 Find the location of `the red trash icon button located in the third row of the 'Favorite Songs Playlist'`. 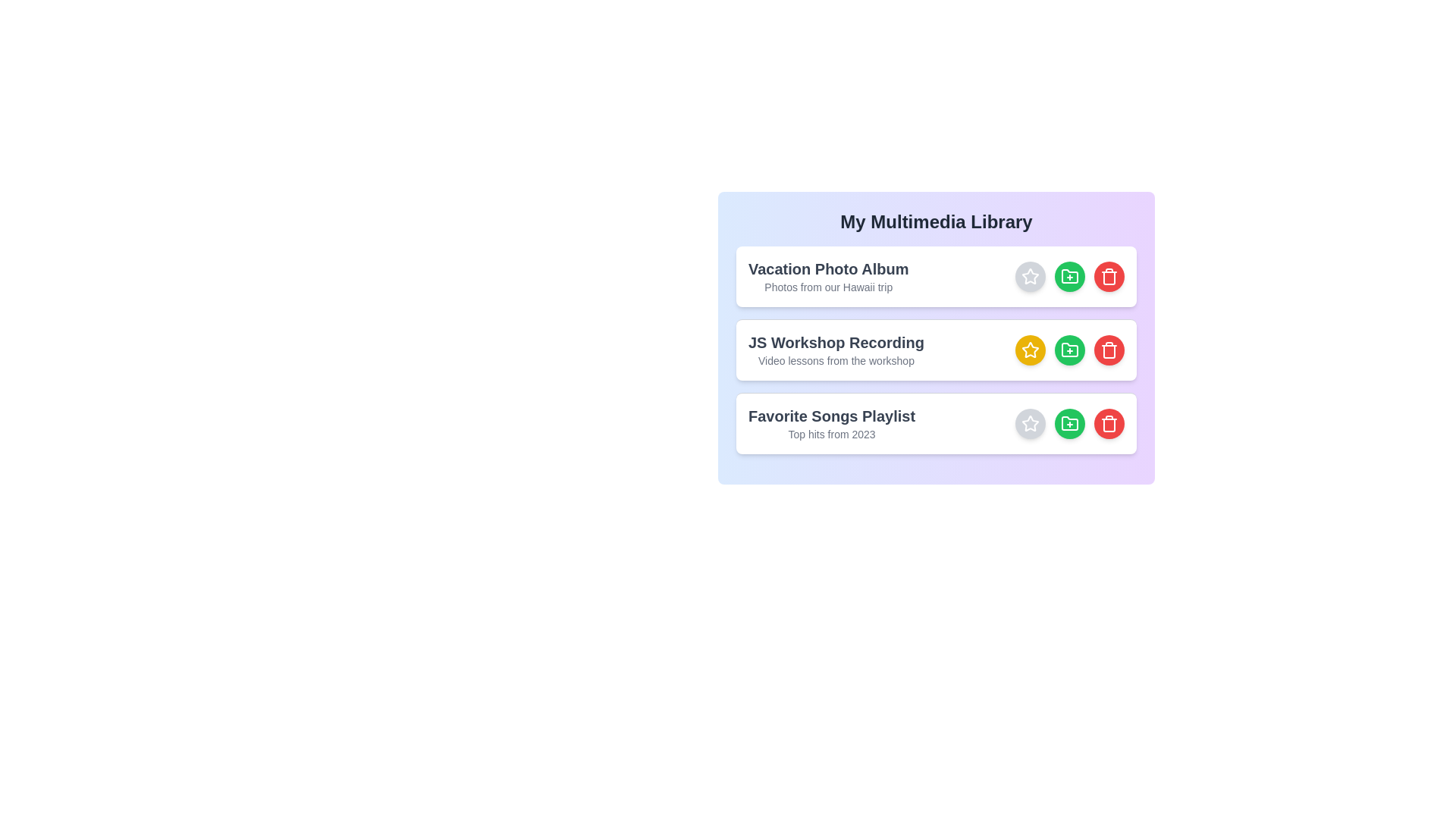

the red trash icon button located in the third row of the 'Favorite Songs Playlist' is located at coordinates (1109, 424).